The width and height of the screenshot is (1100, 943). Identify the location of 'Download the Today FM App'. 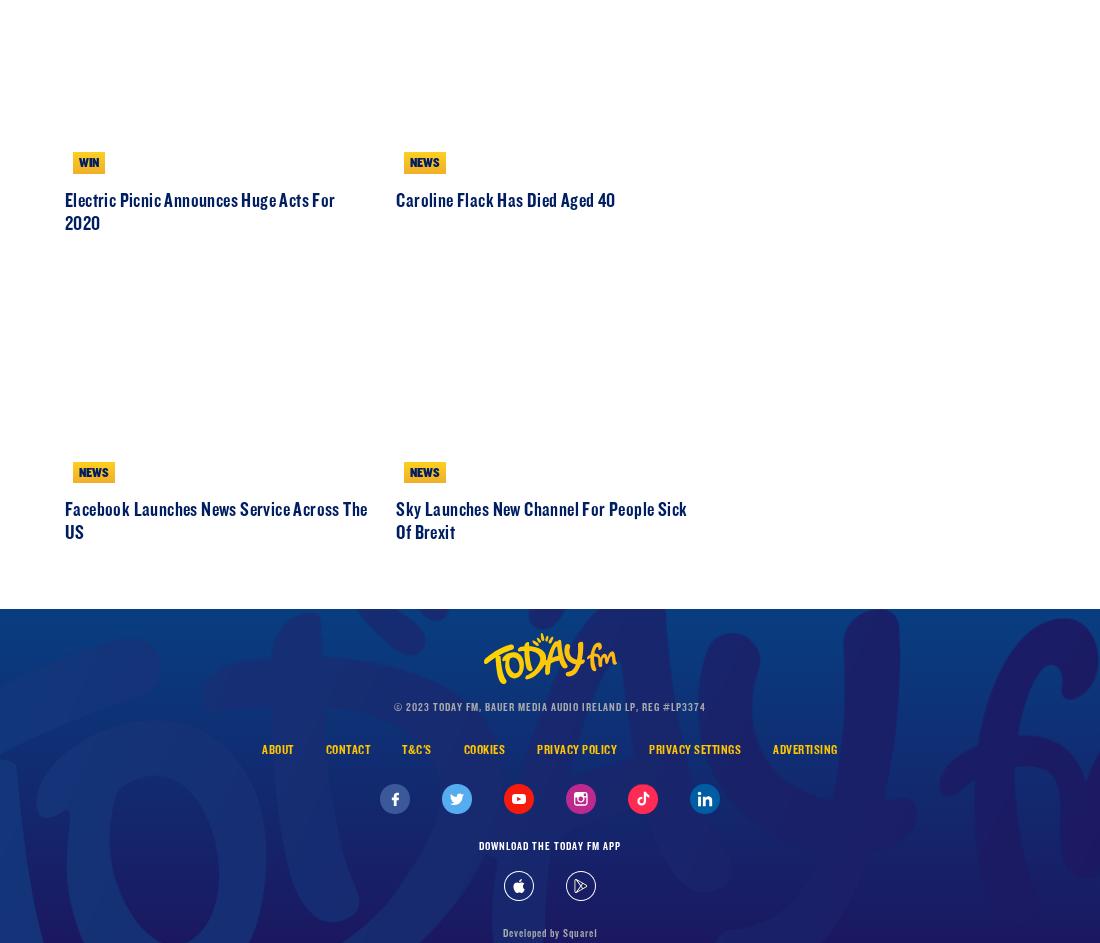
(550, 928).